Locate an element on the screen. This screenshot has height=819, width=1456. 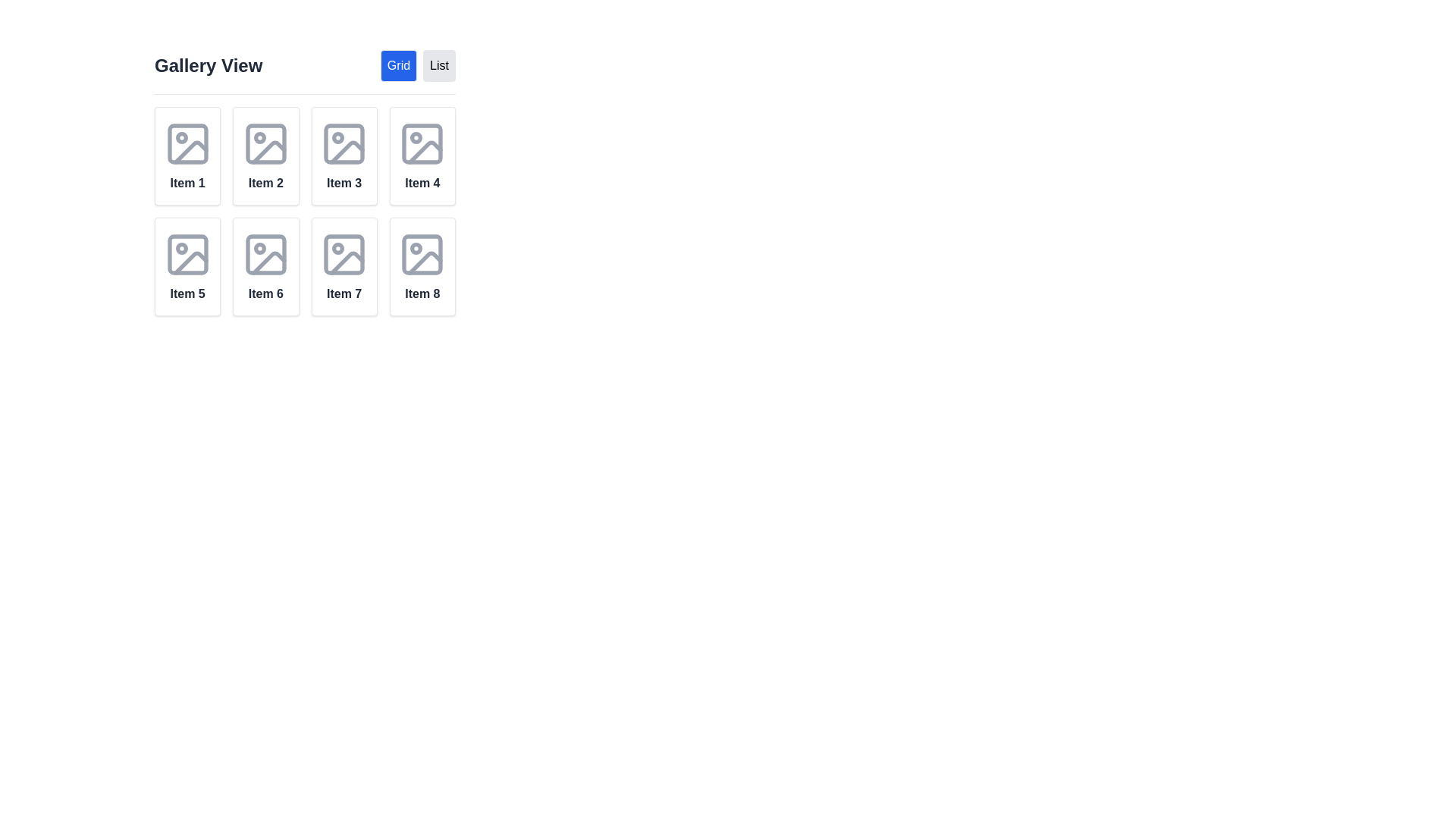
the Image Icon representing 'Item 1' in the top-left corner of the grid layout is located at coordinates (187, 143).